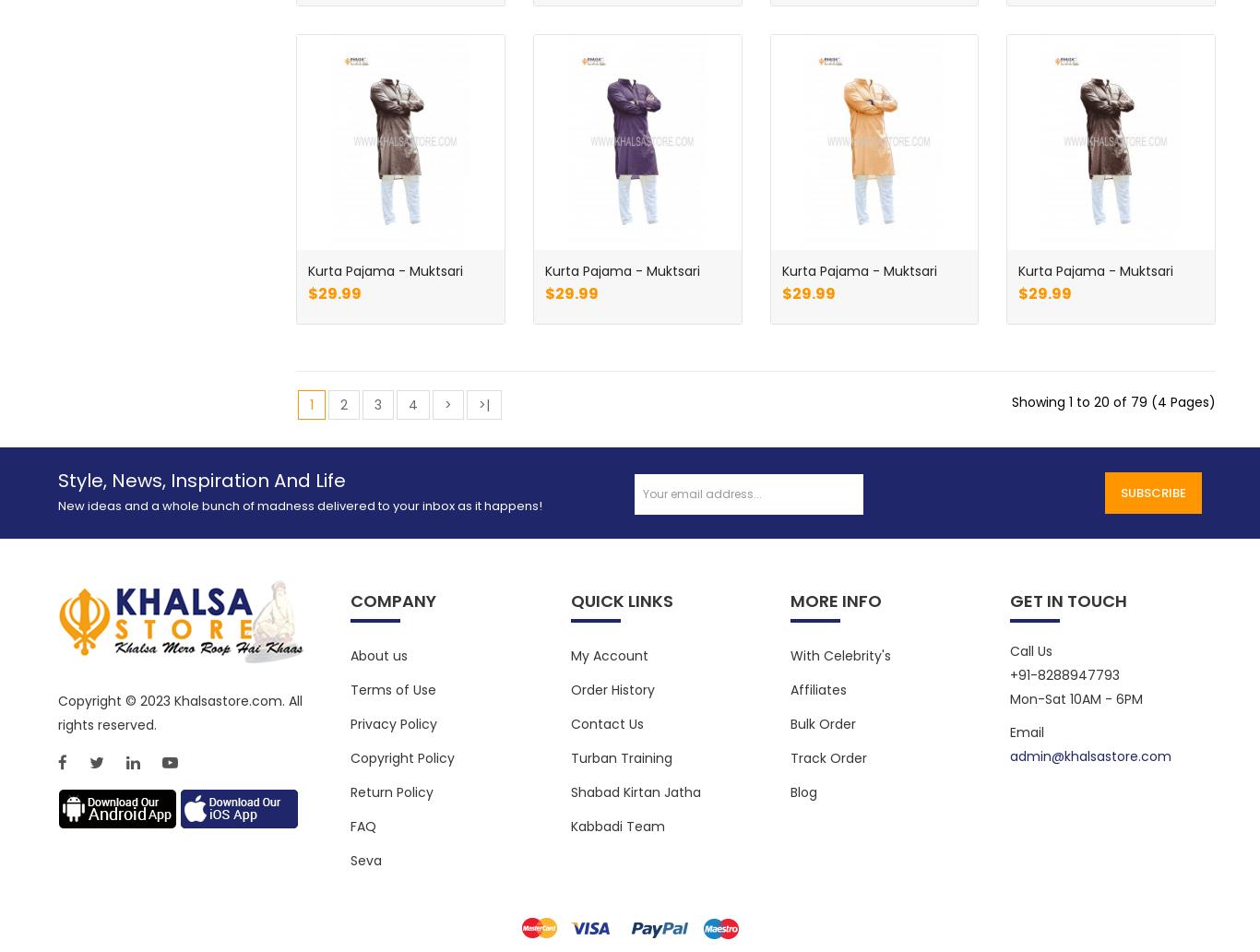 The height and width of the screenshot is (952, 1260). Describe the element at coordinates (350, 826) in the screenshot. I see `'FAQ'` at that location.